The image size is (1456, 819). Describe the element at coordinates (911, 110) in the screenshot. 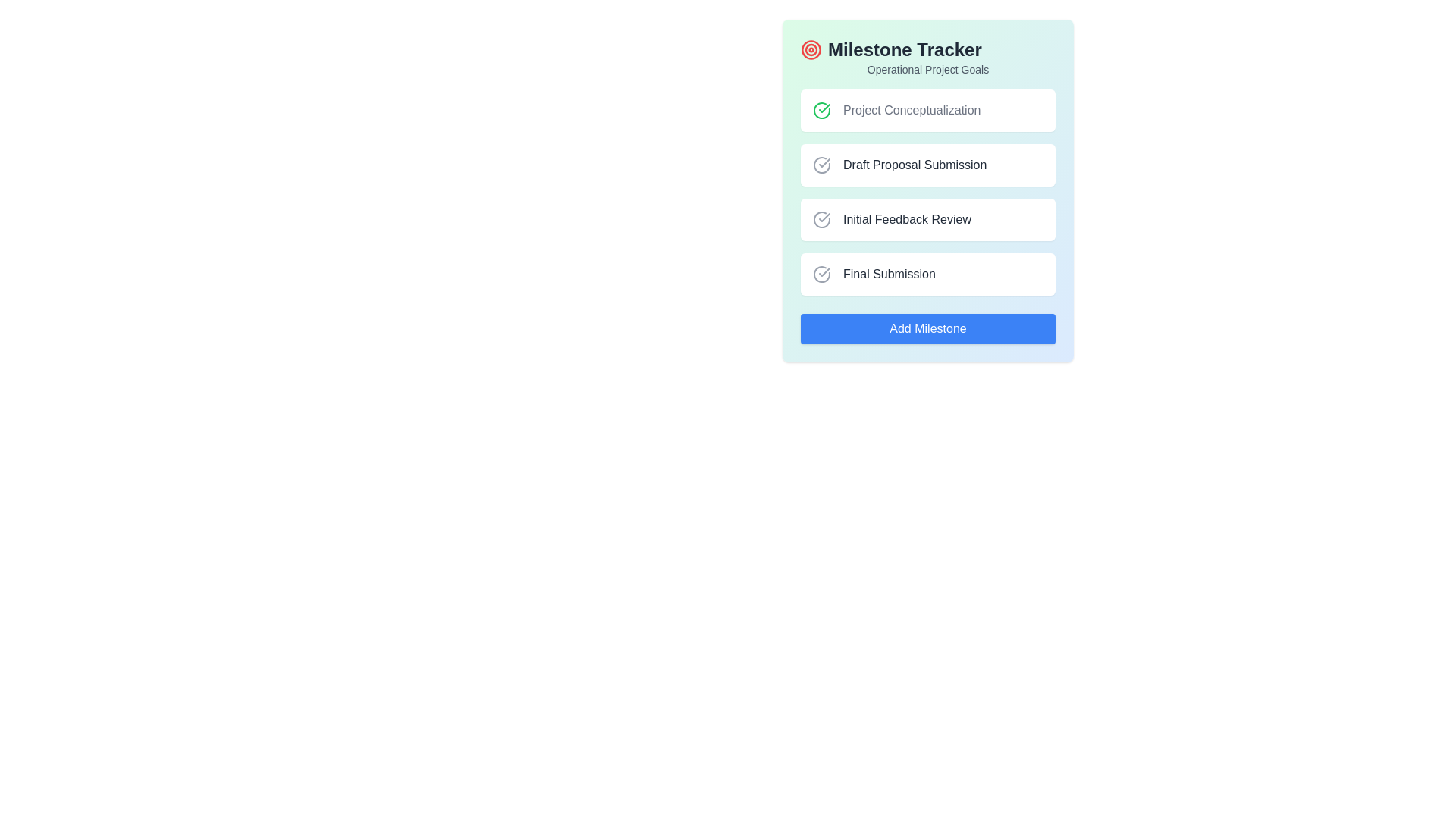

I see `the completion status of the milestone task represented by the text label located under the title 'Operational Project Goals' in the project tracker list` at that location.